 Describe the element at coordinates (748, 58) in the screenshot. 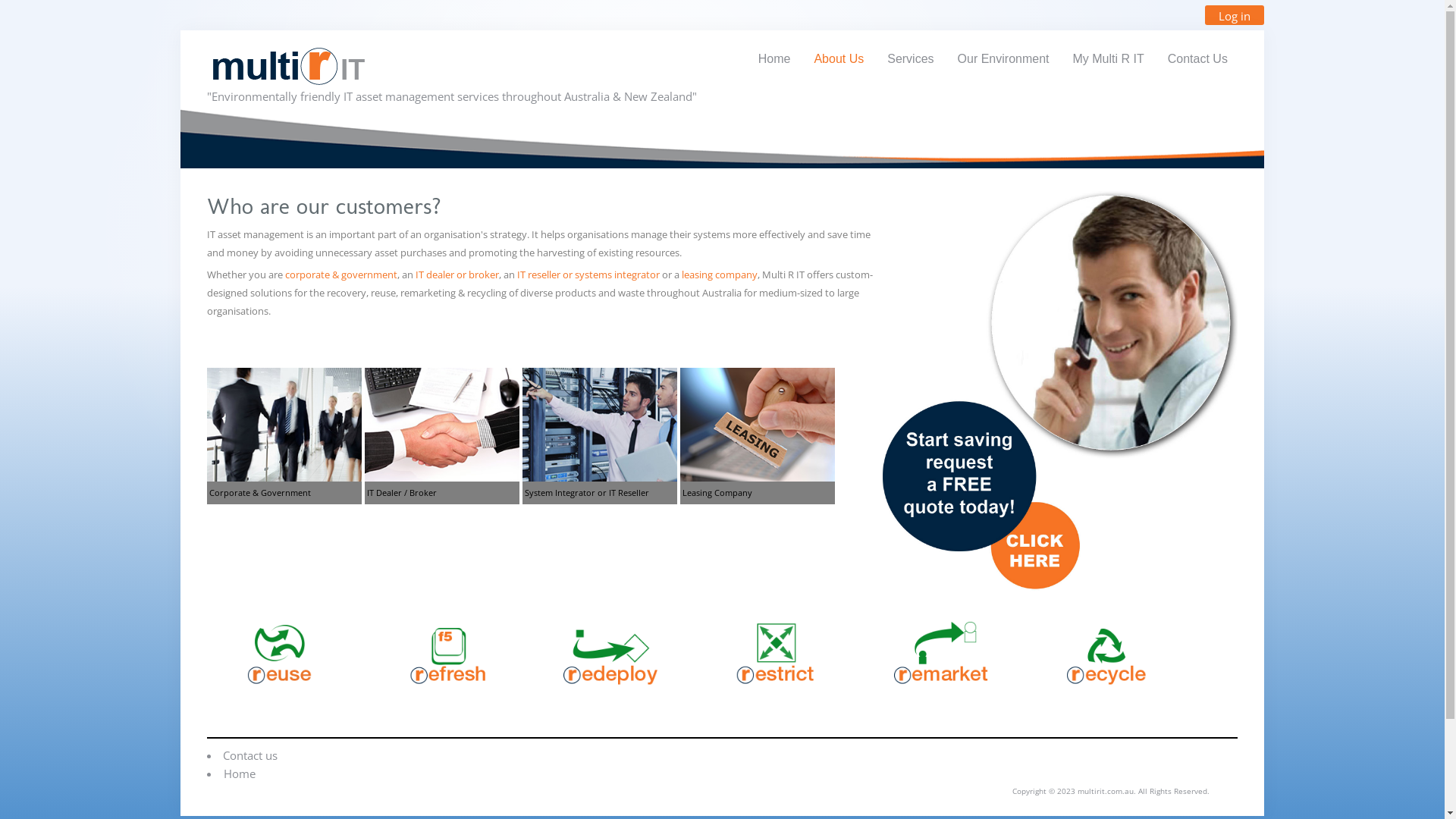

I see `'Home'` at that location.